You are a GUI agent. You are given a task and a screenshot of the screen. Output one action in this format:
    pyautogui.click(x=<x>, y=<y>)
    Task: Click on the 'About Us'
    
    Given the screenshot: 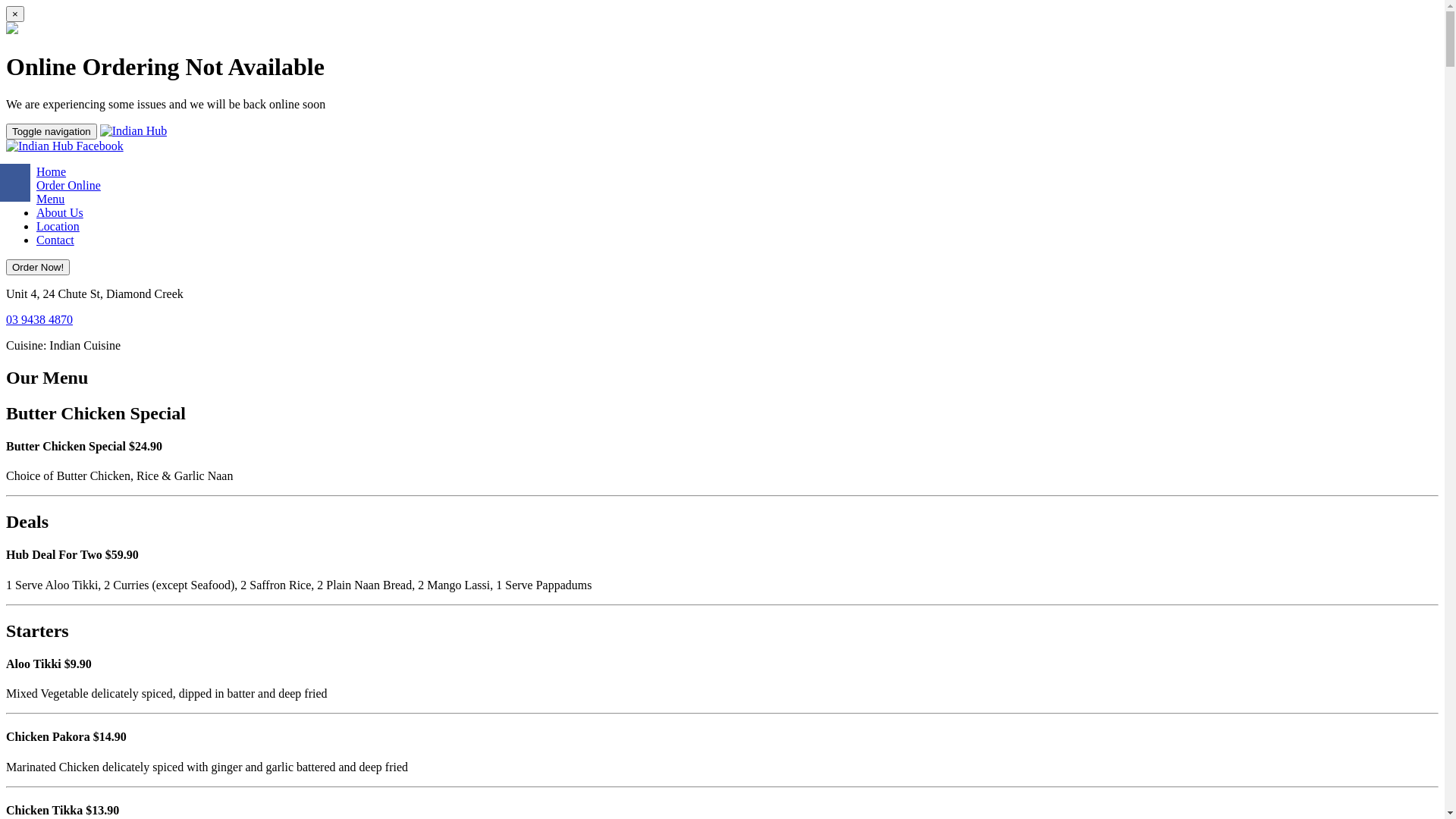 What is the action you would take?
    pyautogui.click(x=59, y=212)
    